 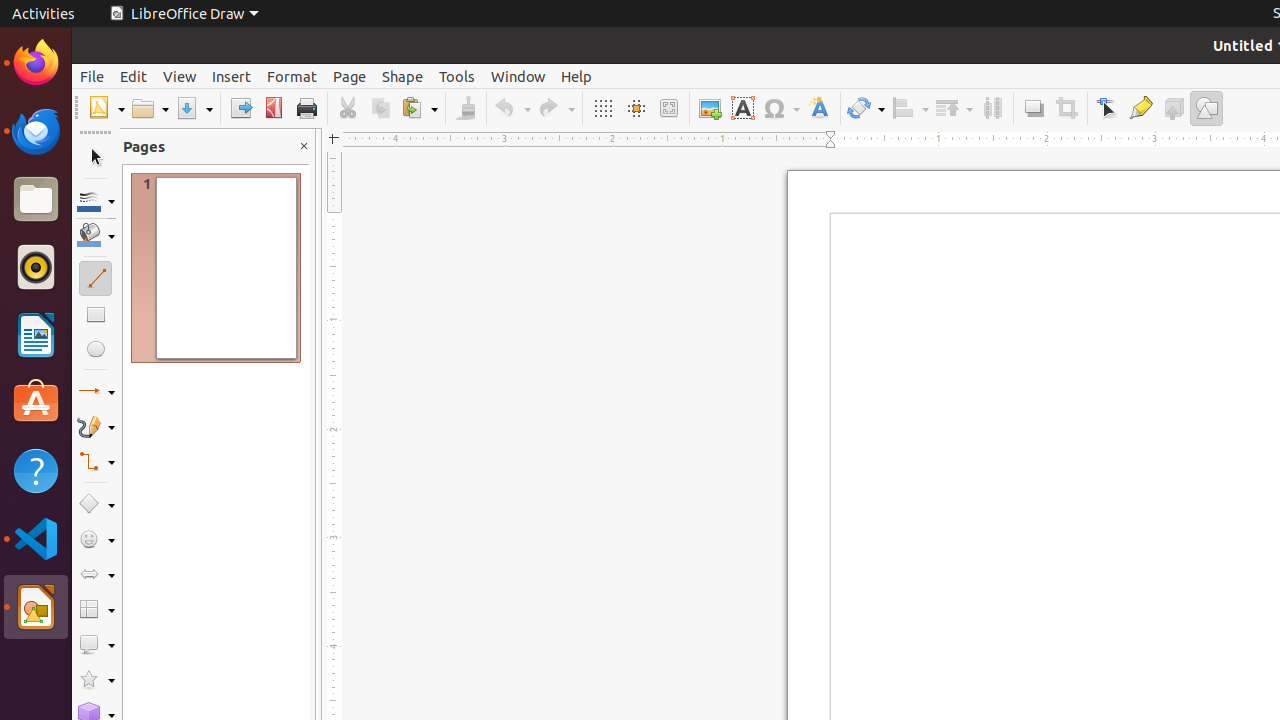 I want to click on 'Rhythmbox', so click(x=35, y=265).